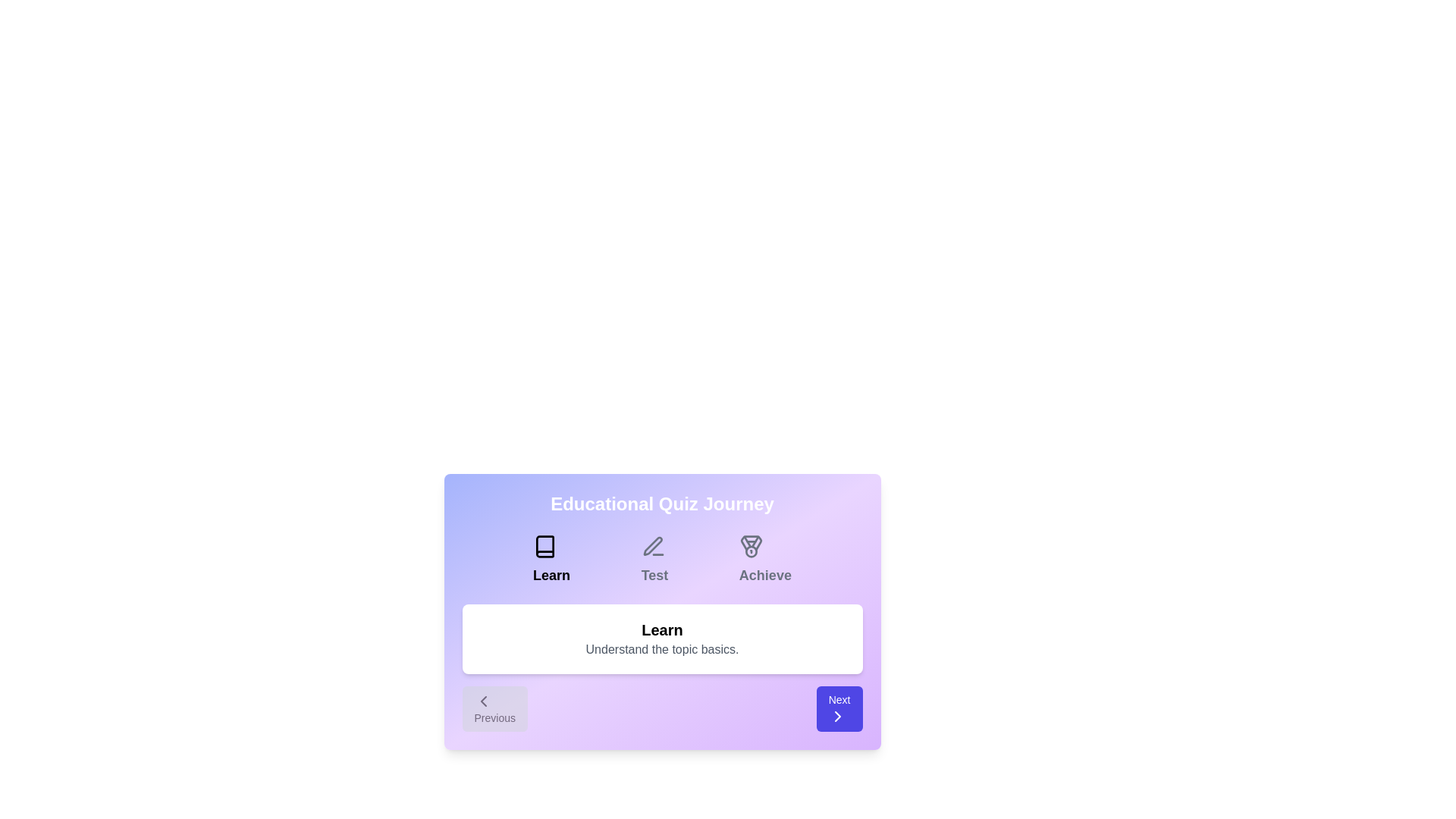 The height and width of the screenshot is (819, 1456). I want to click on the Previous button to navigate stages, so click(494, 708).